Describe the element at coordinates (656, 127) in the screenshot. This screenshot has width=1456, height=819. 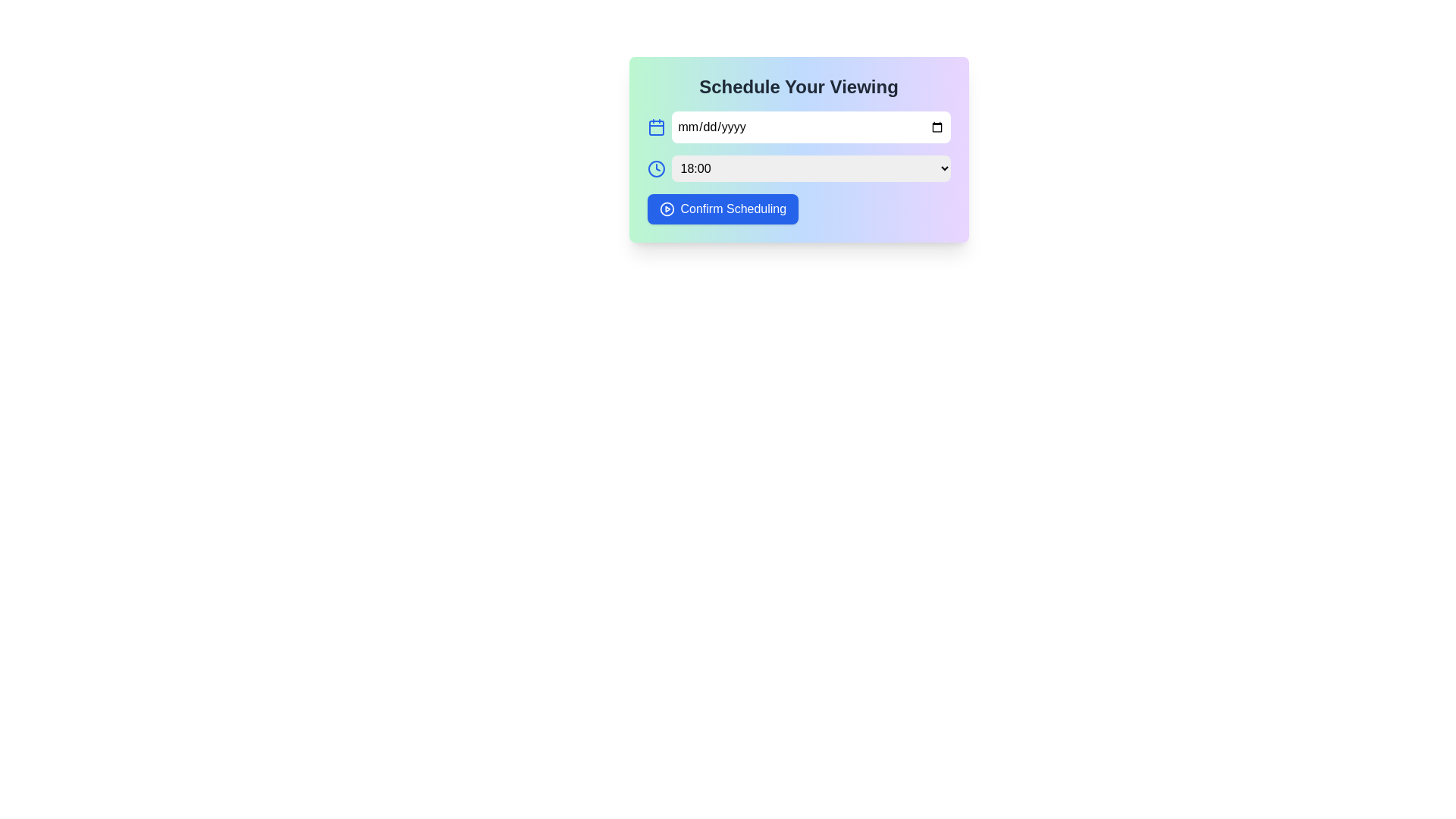
I see `the decorative background of the calendar icon located to the left of the first input field, which signifies date selection functionality` at that location.